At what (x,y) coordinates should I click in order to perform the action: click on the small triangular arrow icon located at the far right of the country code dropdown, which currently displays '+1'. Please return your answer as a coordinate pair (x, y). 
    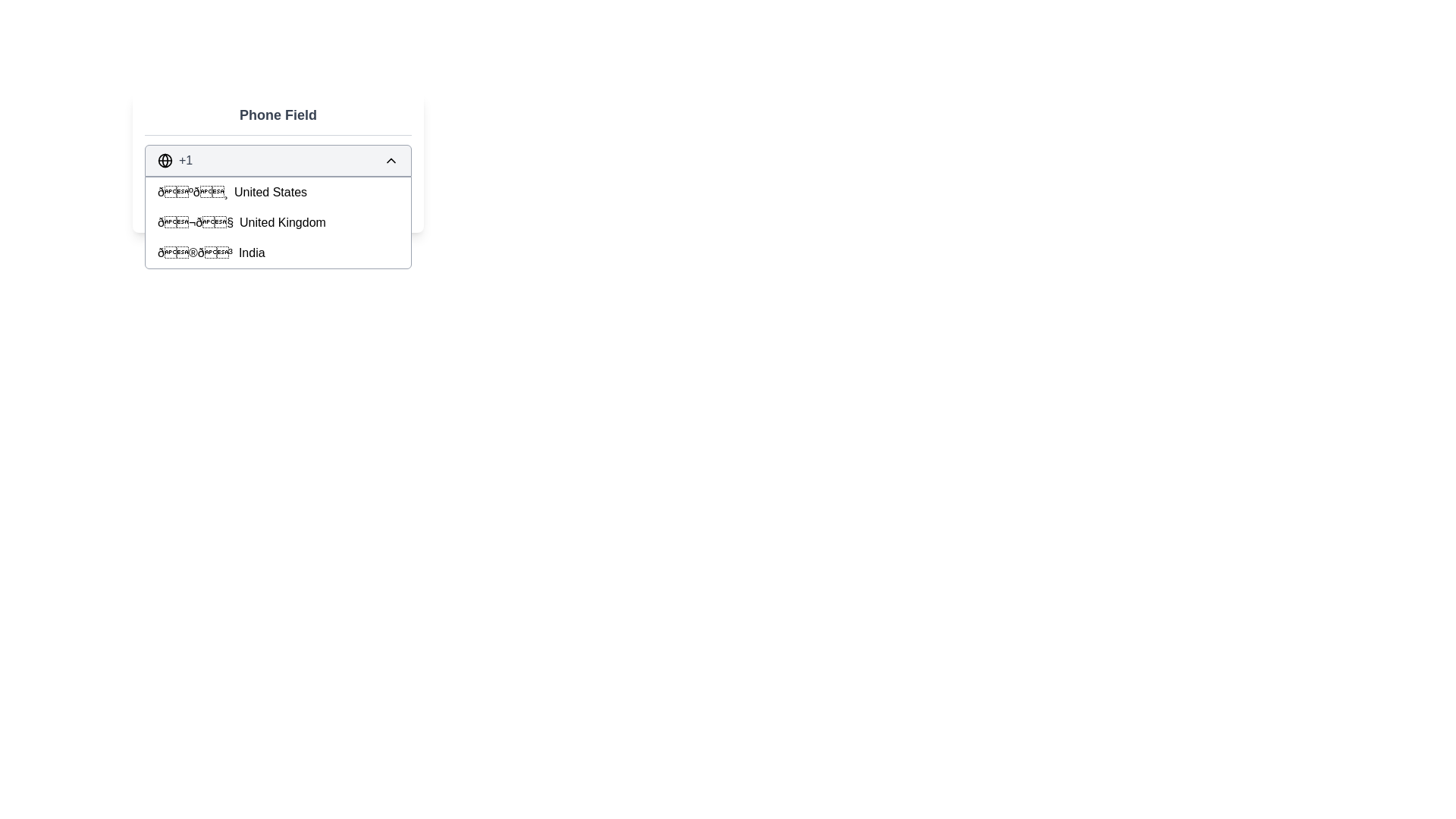
    Looking at the image, I should click on (391, 161).